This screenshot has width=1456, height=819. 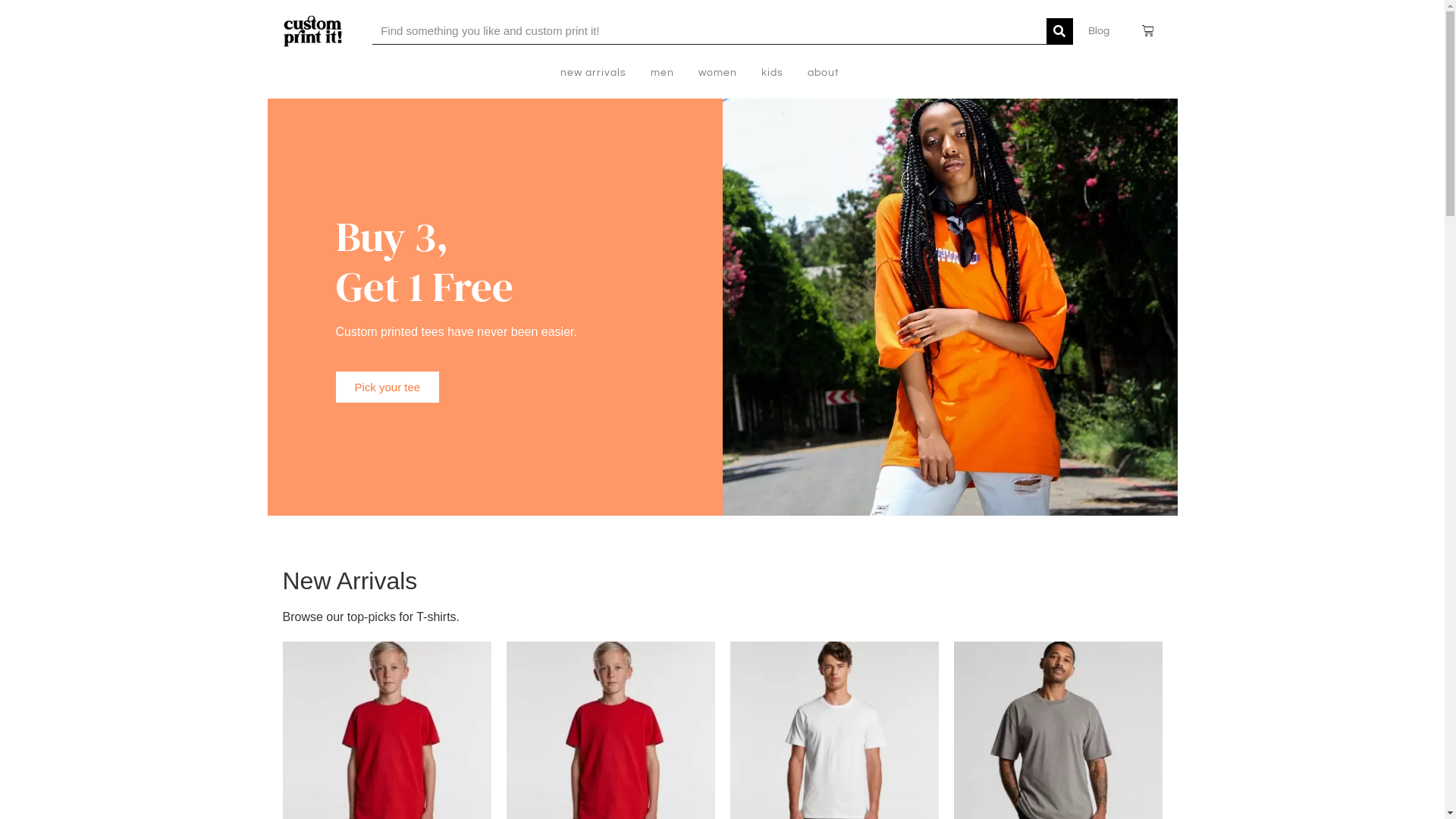 What do you see at coordinates (387, 386) in the screenshot?
I see `'Pick your tee'` at bounding box center [387, 386].